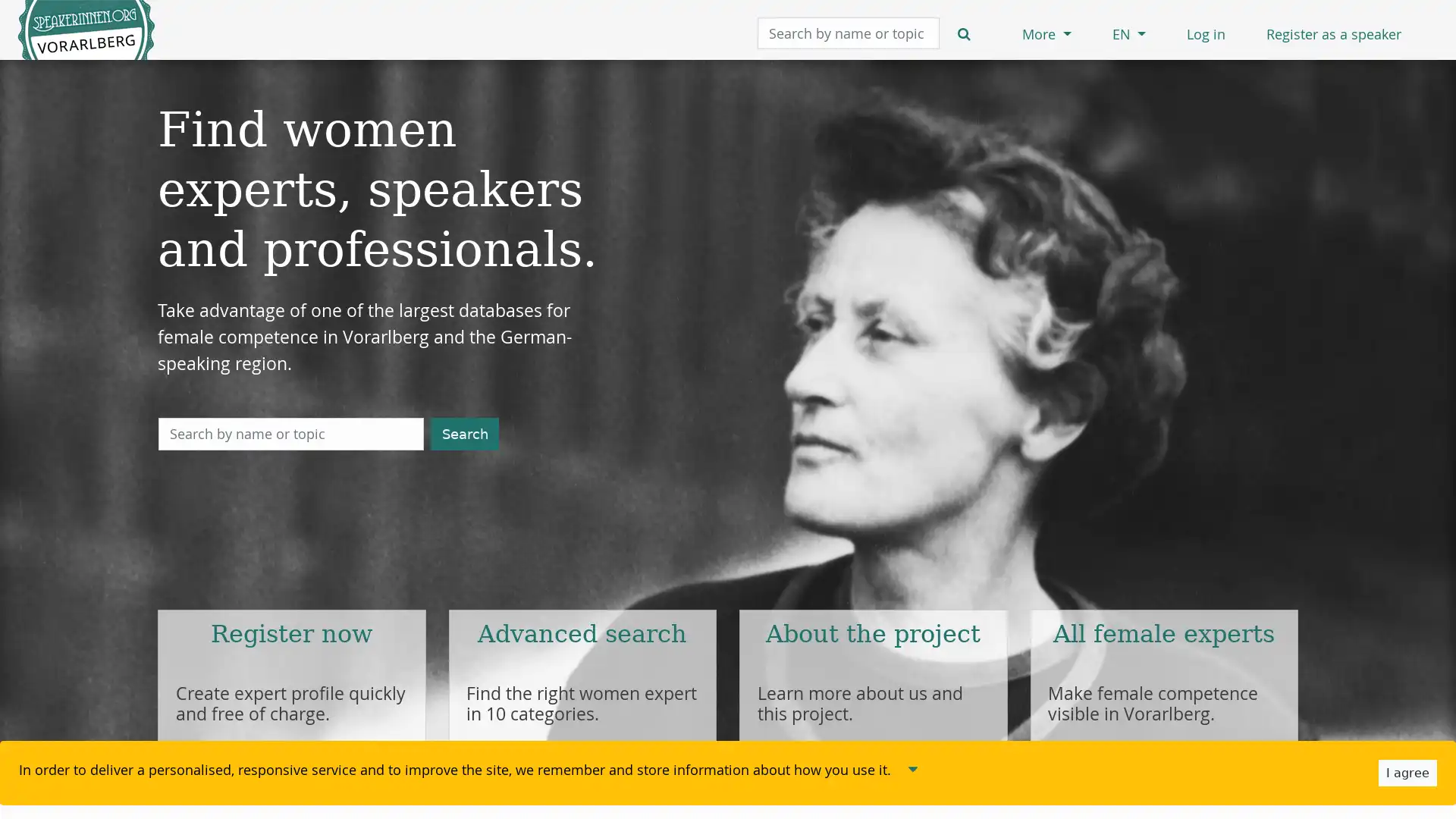 This screenshot has height=819, width=1456. What do you see at coordinates (464, 433) in the screenshot?
I see `Search` at bounding box center [464, 433].